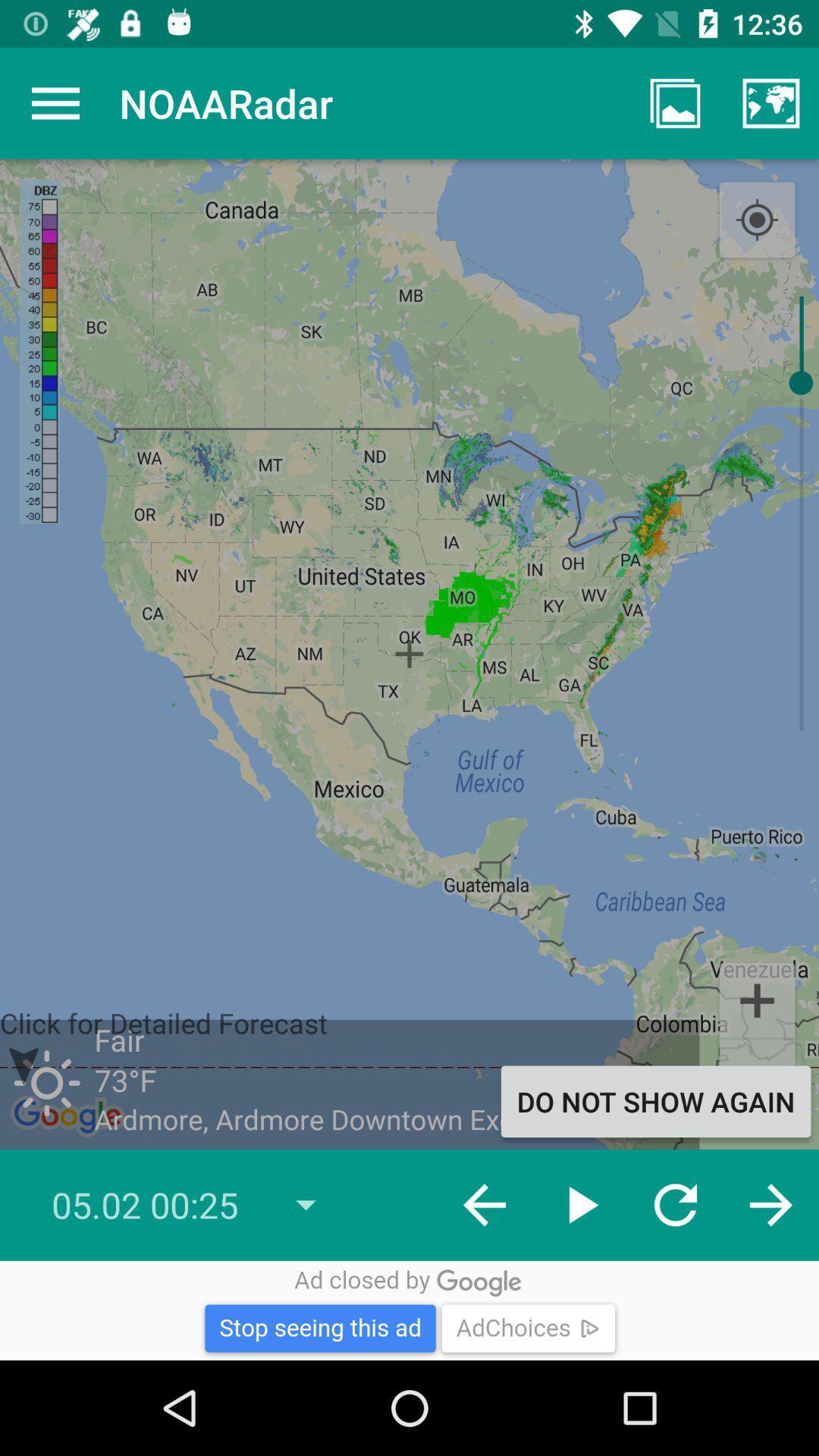 The width and height of the screenshot is (819, 1456). Describe the element at coordinates (409, 1310) in the screenshot. I see `advertisement` at that location.